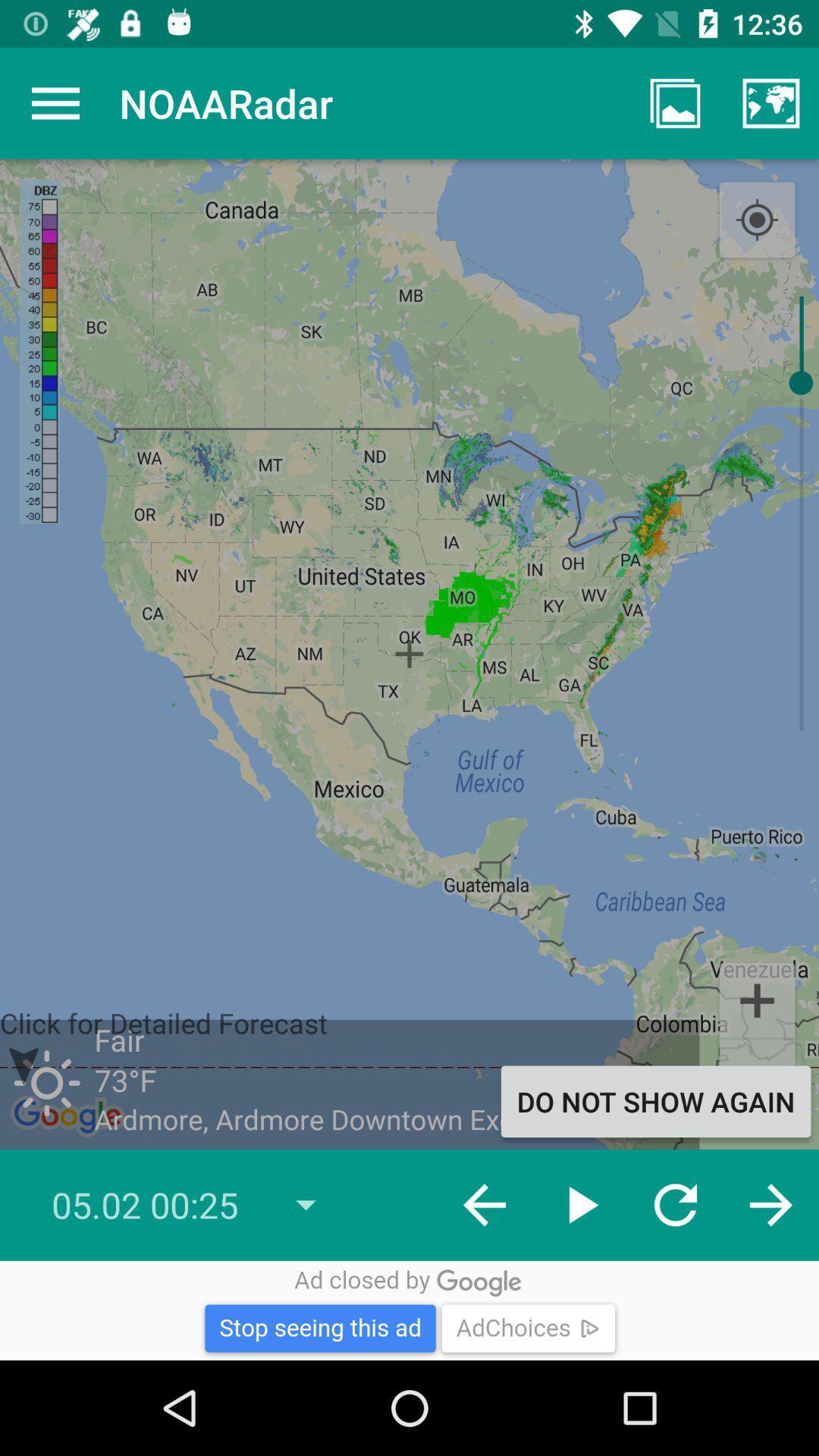 The width and height of the screenshot is (819, 1456). Describe the element at coordinates (409, 1310) in the screenshot. I see `advertisement` at that location.